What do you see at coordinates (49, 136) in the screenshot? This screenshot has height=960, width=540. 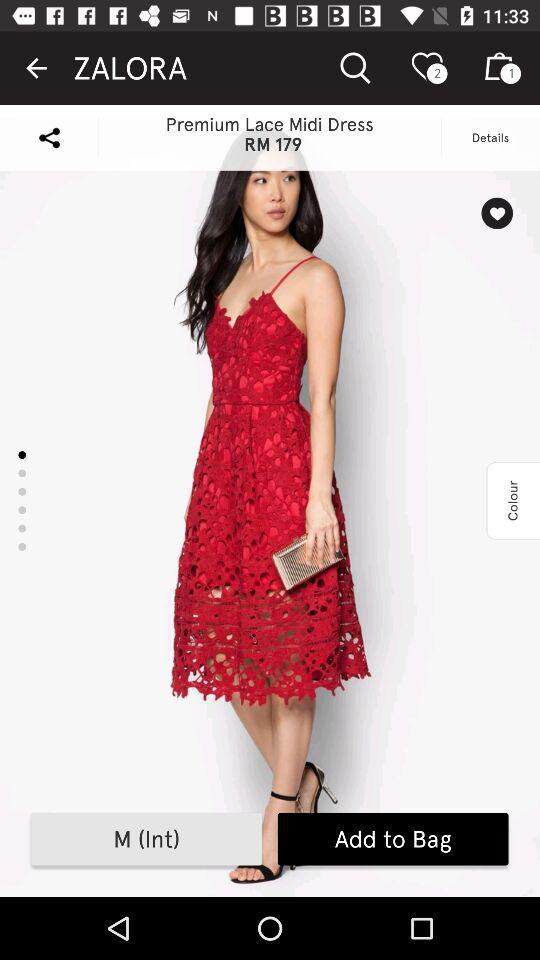 I see `share` at bounding box center [49, 136].